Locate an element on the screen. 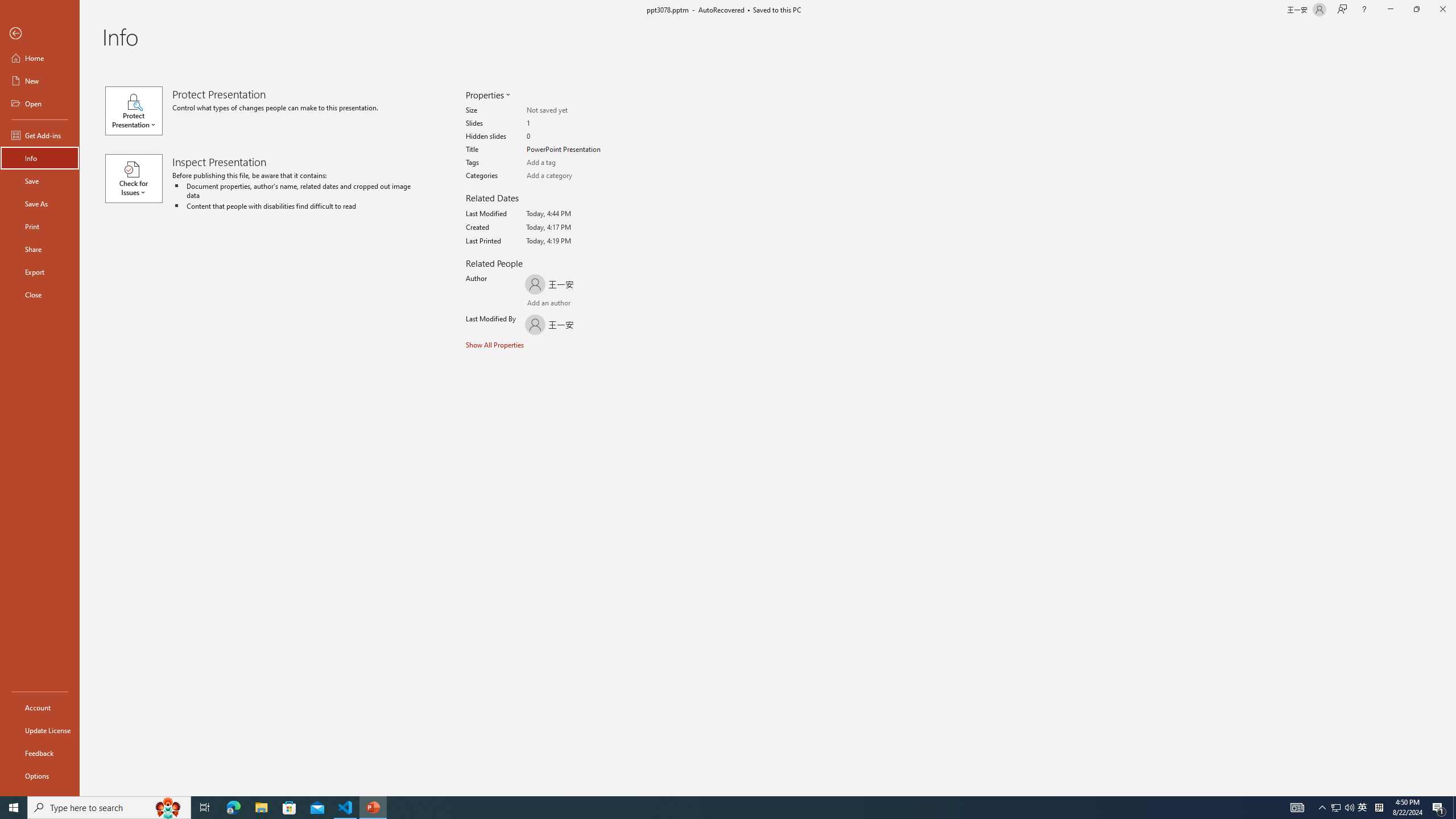 The width and height of the screenshot is (1456, 819). 'Browse Address Book' is located at coordinates (595, 303).